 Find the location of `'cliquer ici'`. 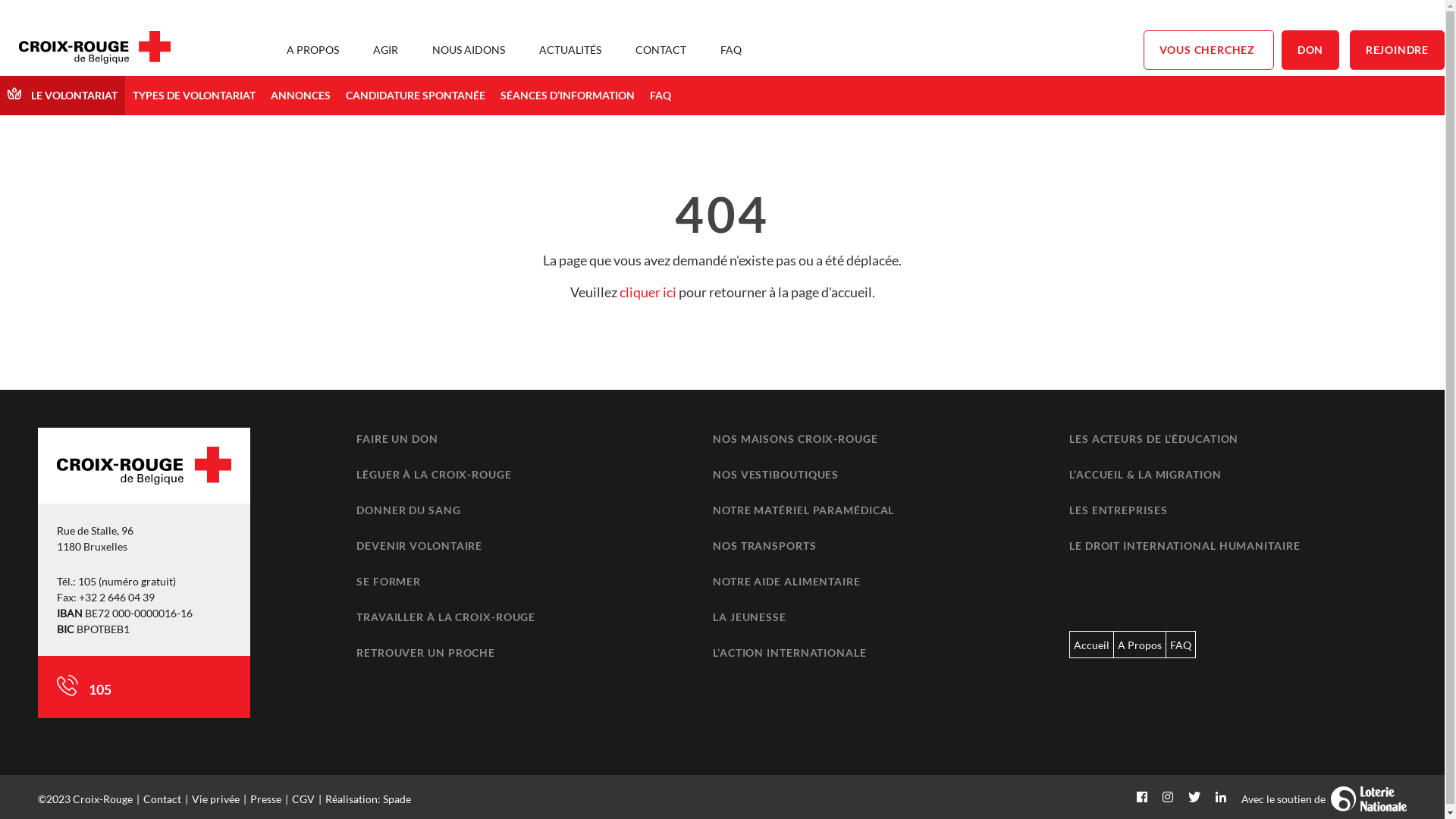

'cliquer ici' is located at coordinates (619, 292).